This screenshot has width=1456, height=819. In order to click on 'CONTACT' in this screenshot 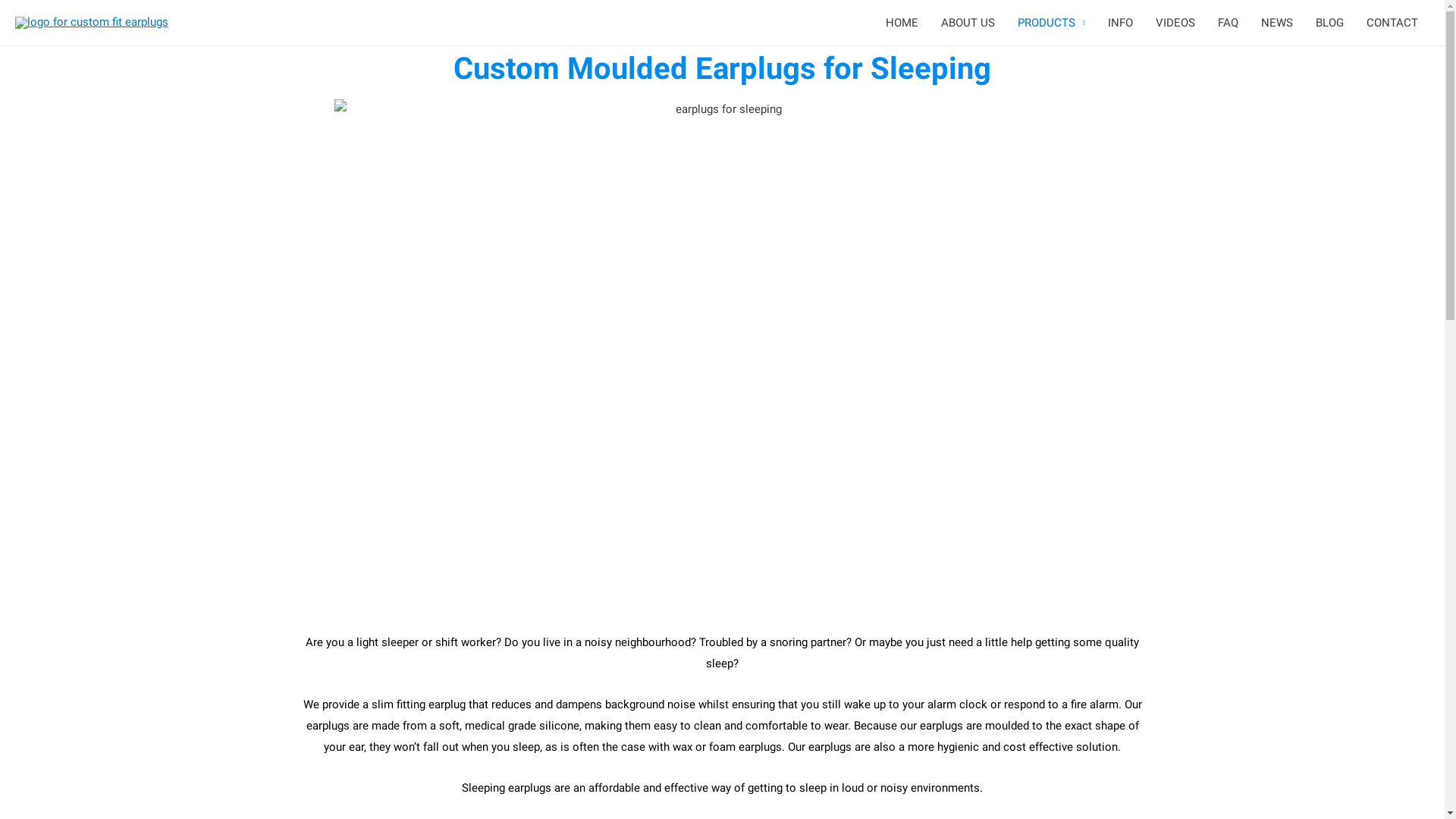, I will do `click(1392, 23)`.